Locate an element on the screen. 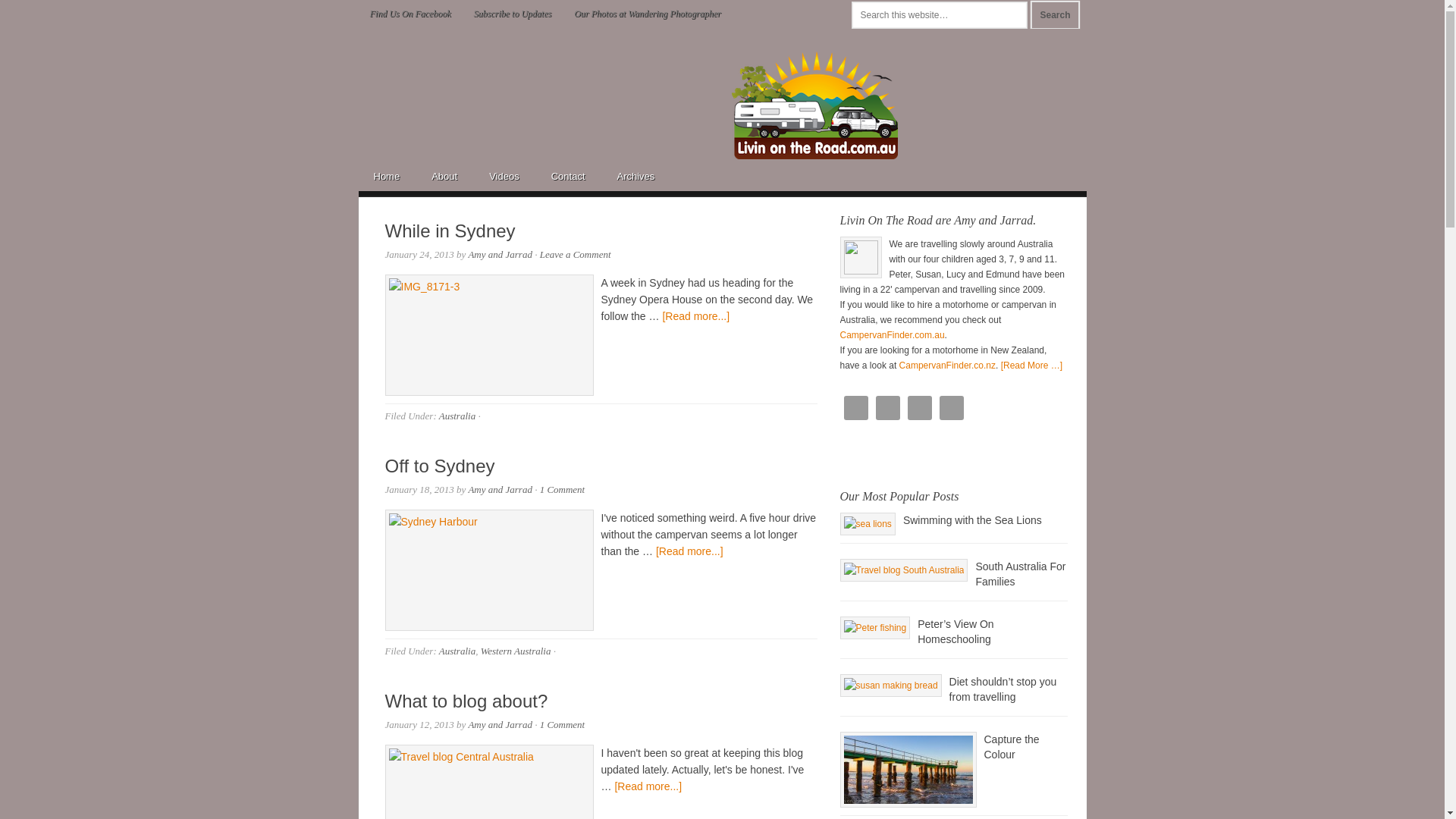 The width and height of the screenshot is (1456, 819). 'Facebook' is located at coordinates (887, 406).